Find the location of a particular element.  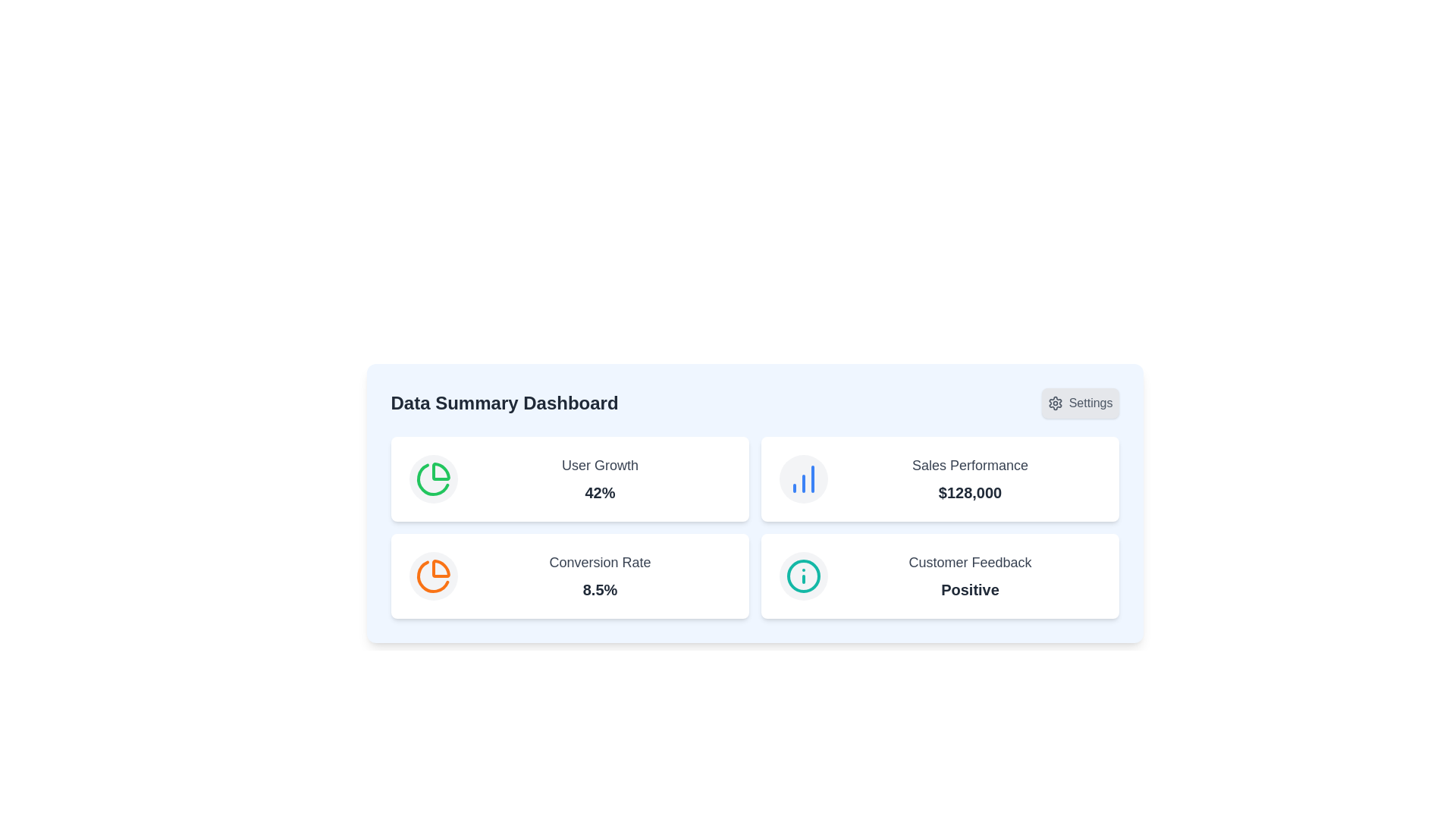

the lower-right section of the pie chart element representing 'User Growth' in the upper left corner of the card is located at coordinates (431, 479).